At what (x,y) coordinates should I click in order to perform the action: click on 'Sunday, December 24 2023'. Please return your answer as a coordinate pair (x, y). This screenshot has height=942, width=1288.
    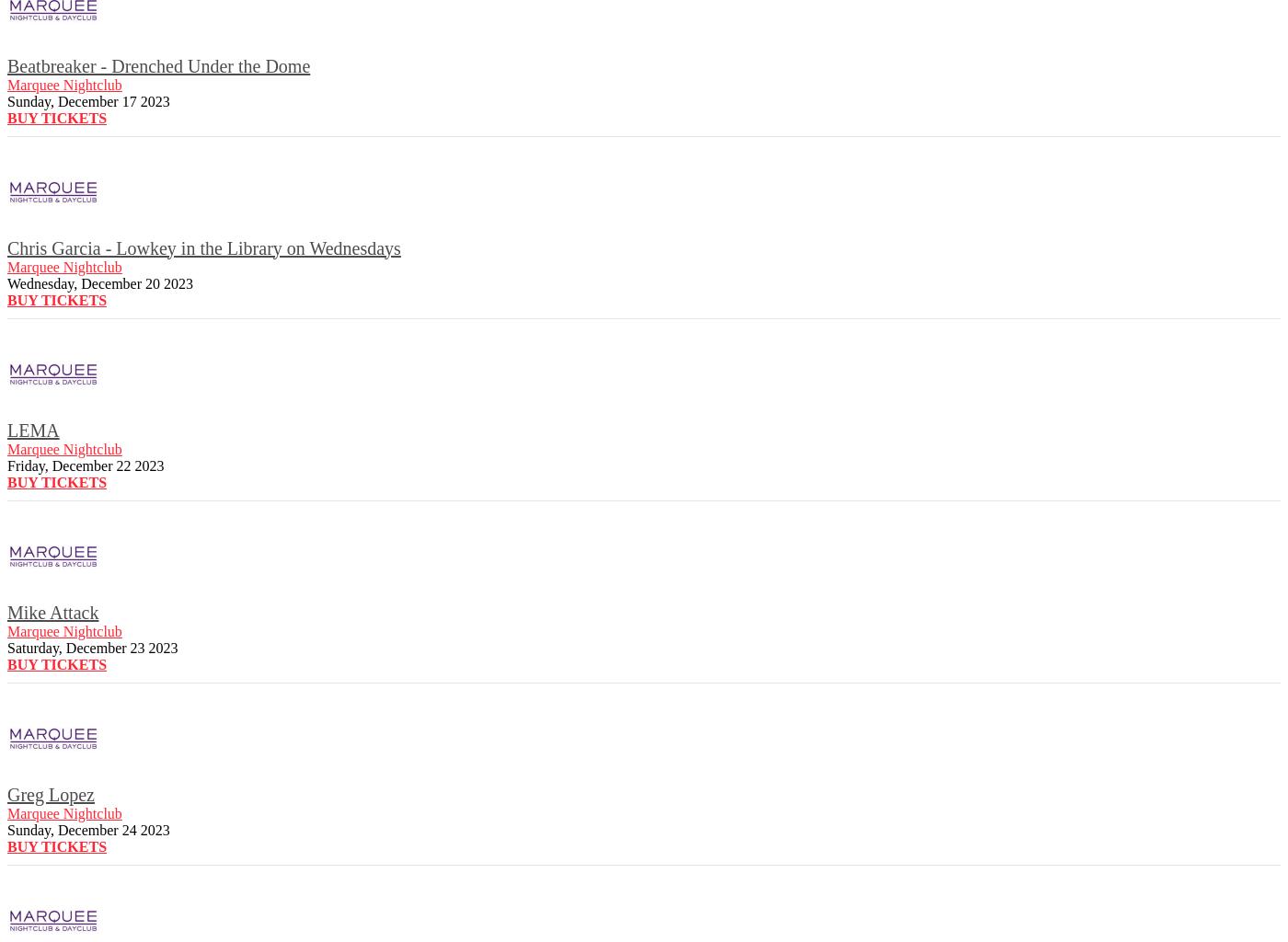
    Looking at the image, I should click on (88, 828).